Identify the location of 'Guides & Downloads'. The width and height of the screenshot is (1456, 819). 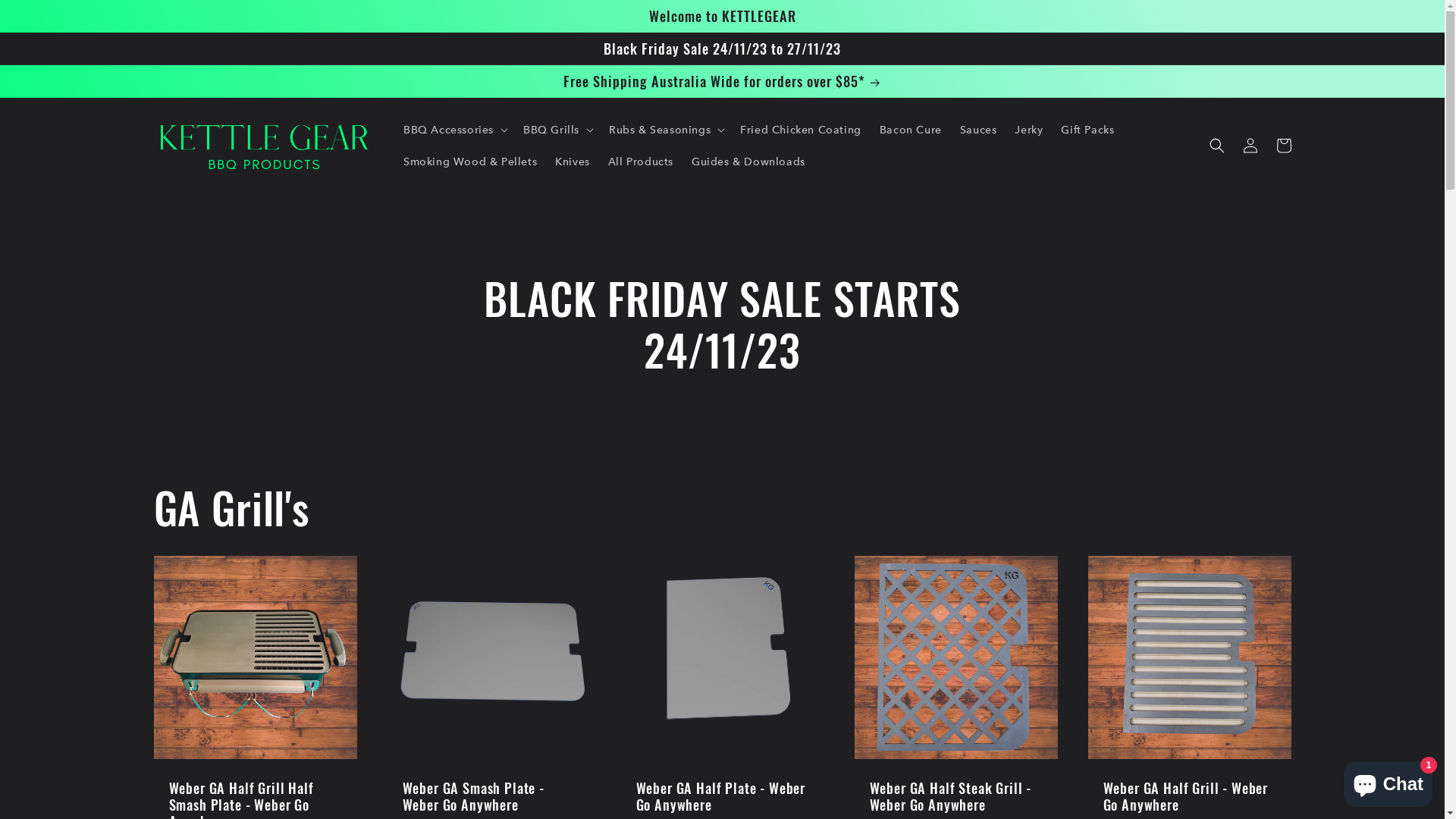
(682, 161).